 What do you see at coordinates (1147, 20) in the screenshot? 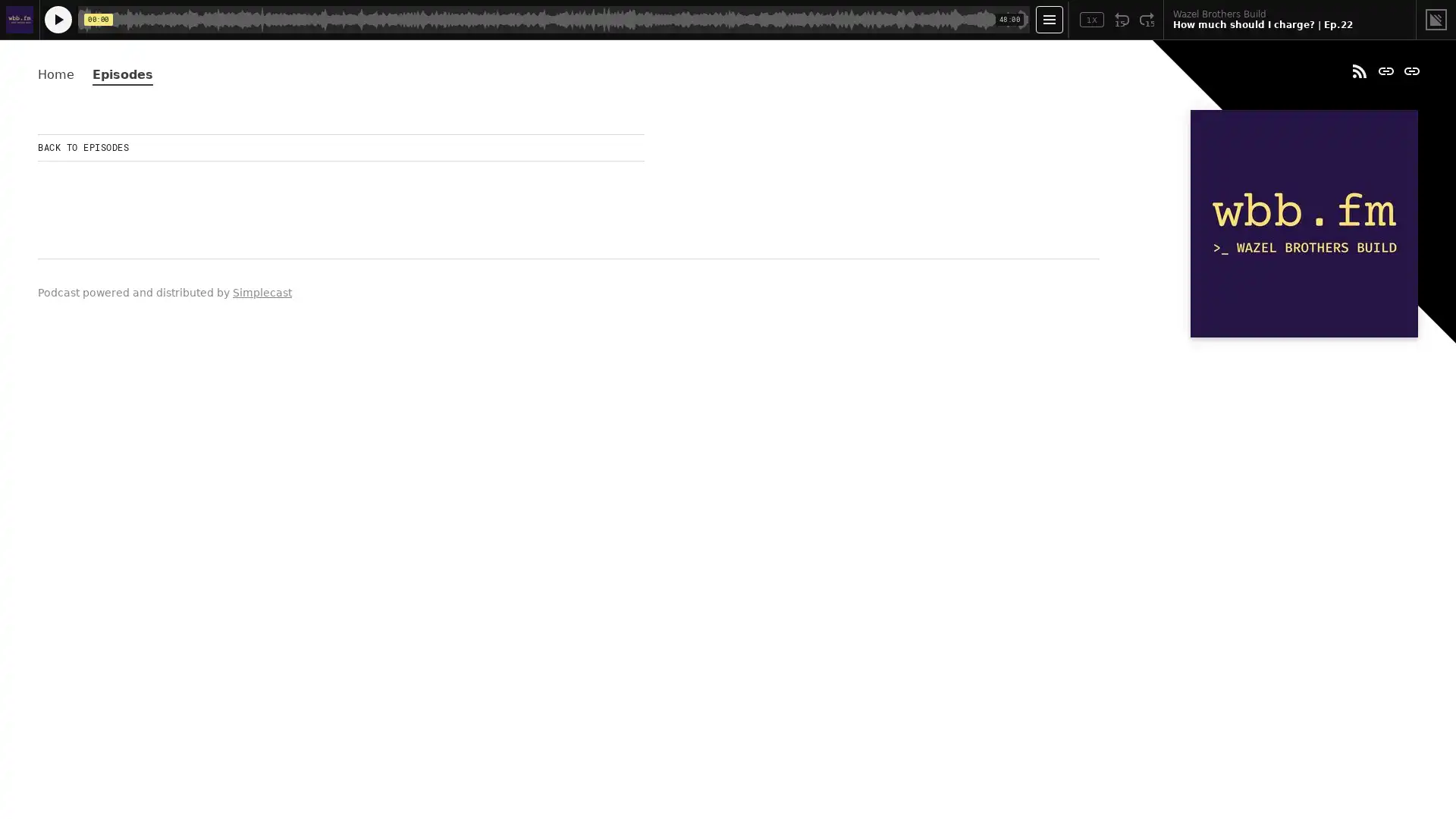
I see `Fast Forward 15 Seconds` at bounding box center [1147, 20].